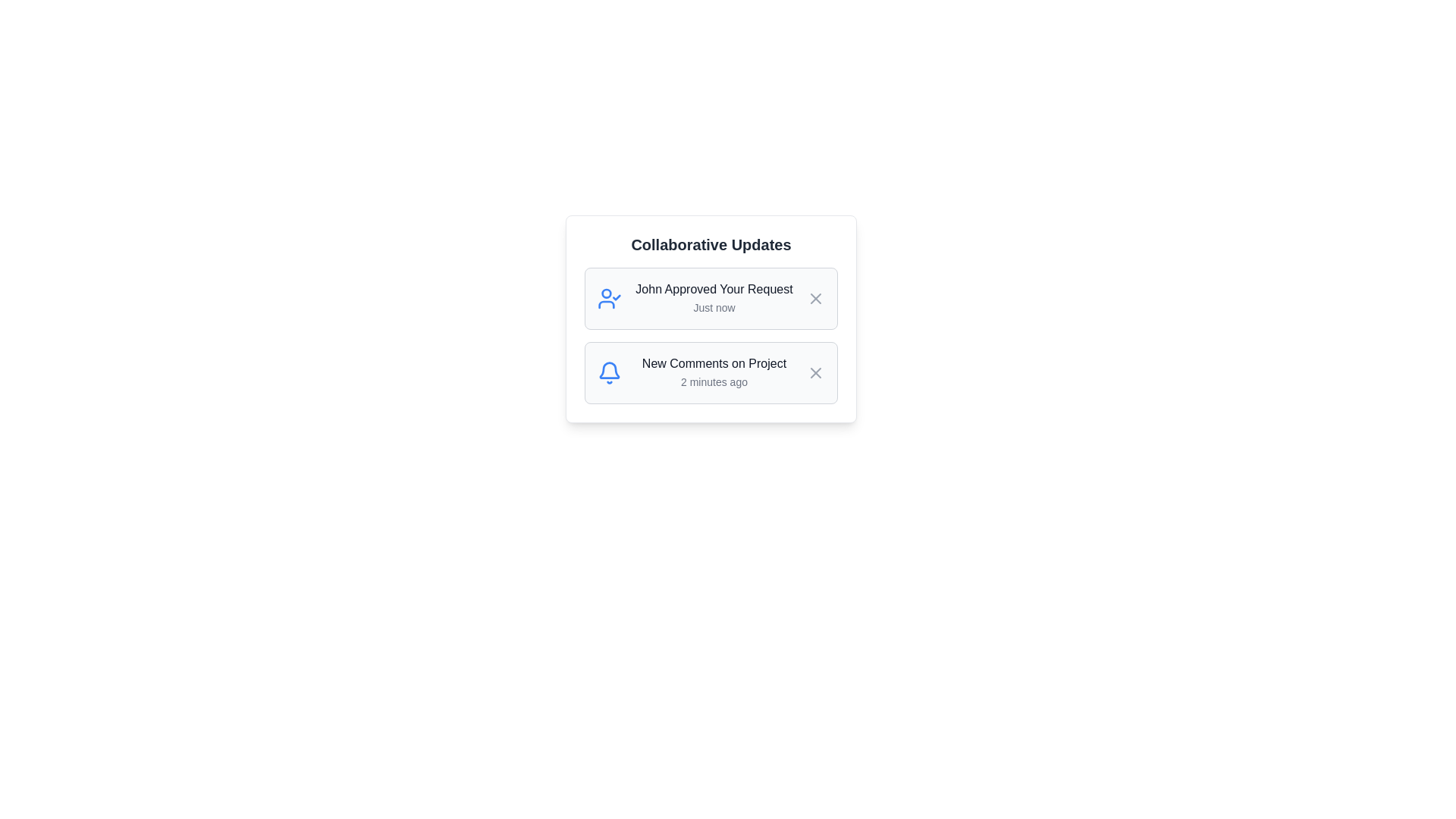 This screenshot has height=819, width=1456. Describe the element at coordinates (713, 381) in the screenshot. I see `the Text Label that informs the user about the time elapsed since the event 'New Comments on Project', located inside the second notification block under 'Collaborative Updates'` at that location.